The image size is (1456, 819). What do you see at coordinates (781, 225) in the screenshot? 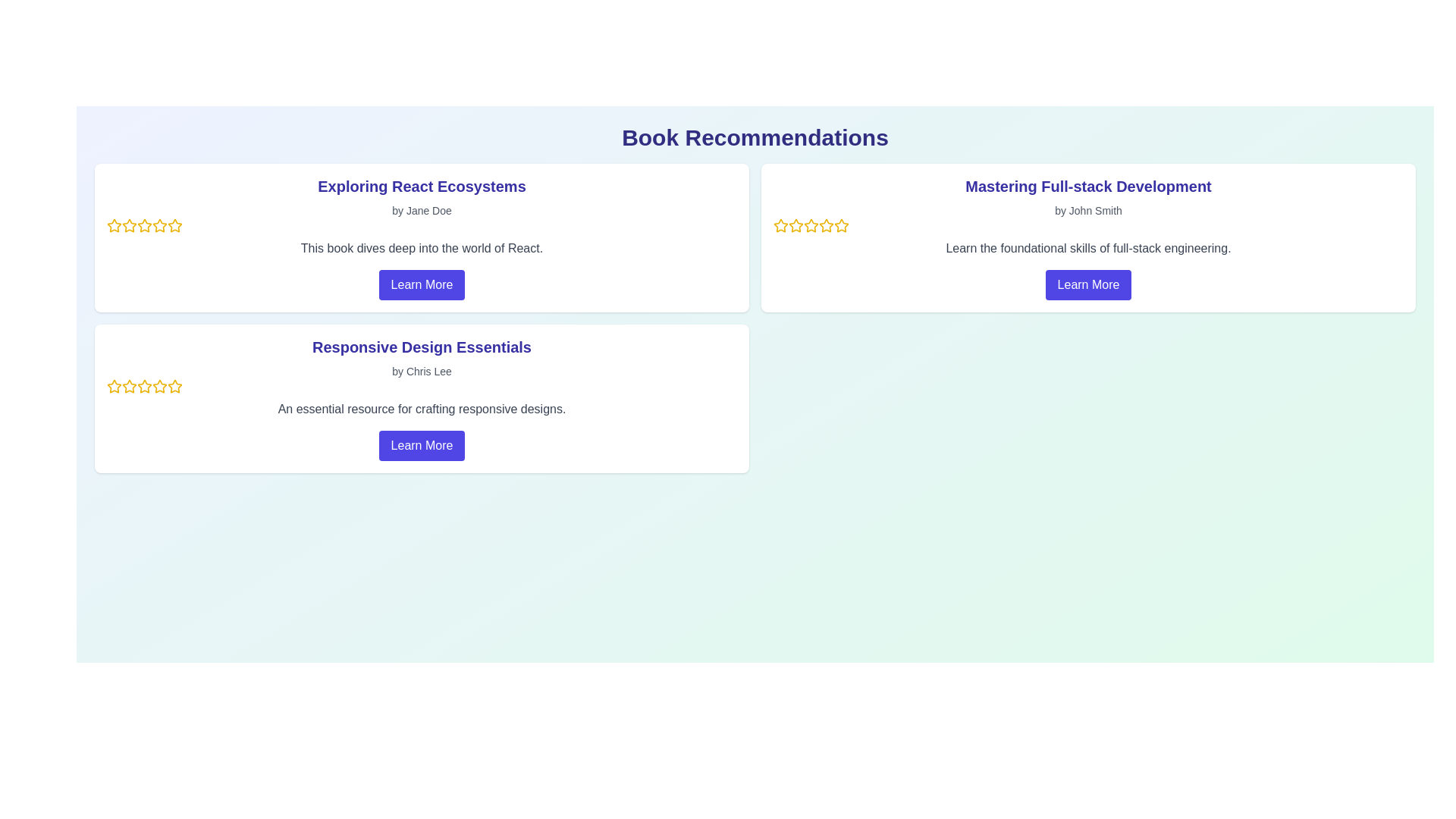
I see `the leftmost rating star icon in the card titled 'Mastering Full-stack Development'` at bounding box center [781, 225].